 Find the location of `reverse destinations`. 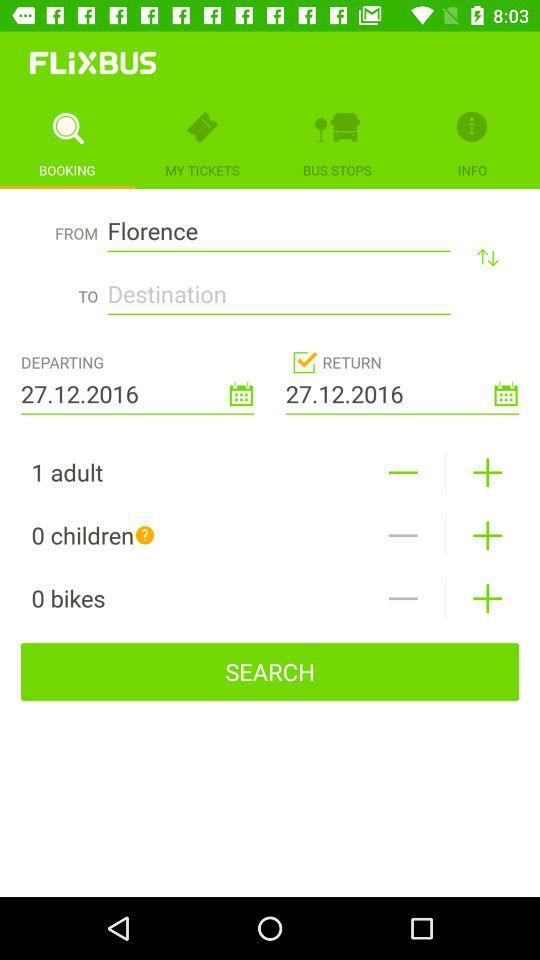

reverse destinations is located at coordinates (486, 256).